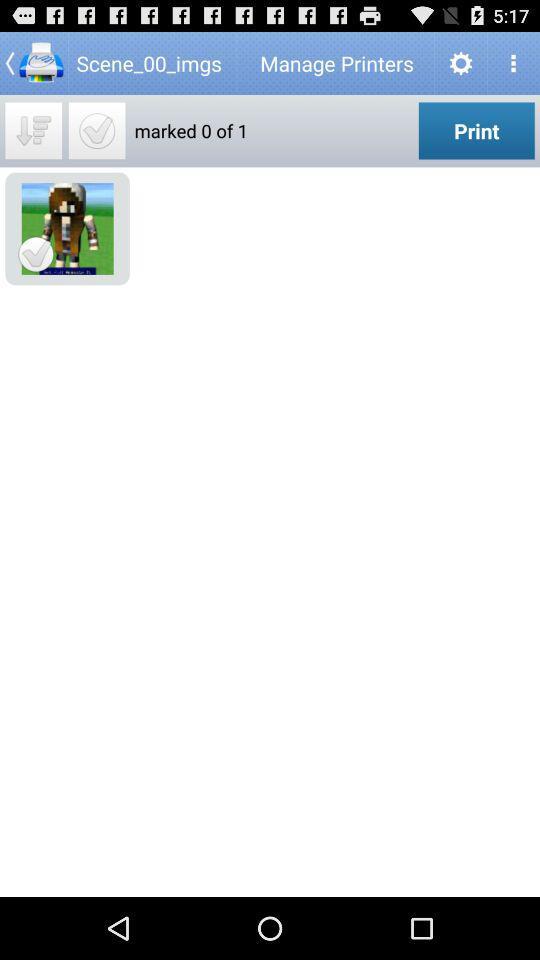 This screenshot has height=960, width=540. Describe the element at coordinates (96, 138) in the screenshot. I see `the check icon` at that location.